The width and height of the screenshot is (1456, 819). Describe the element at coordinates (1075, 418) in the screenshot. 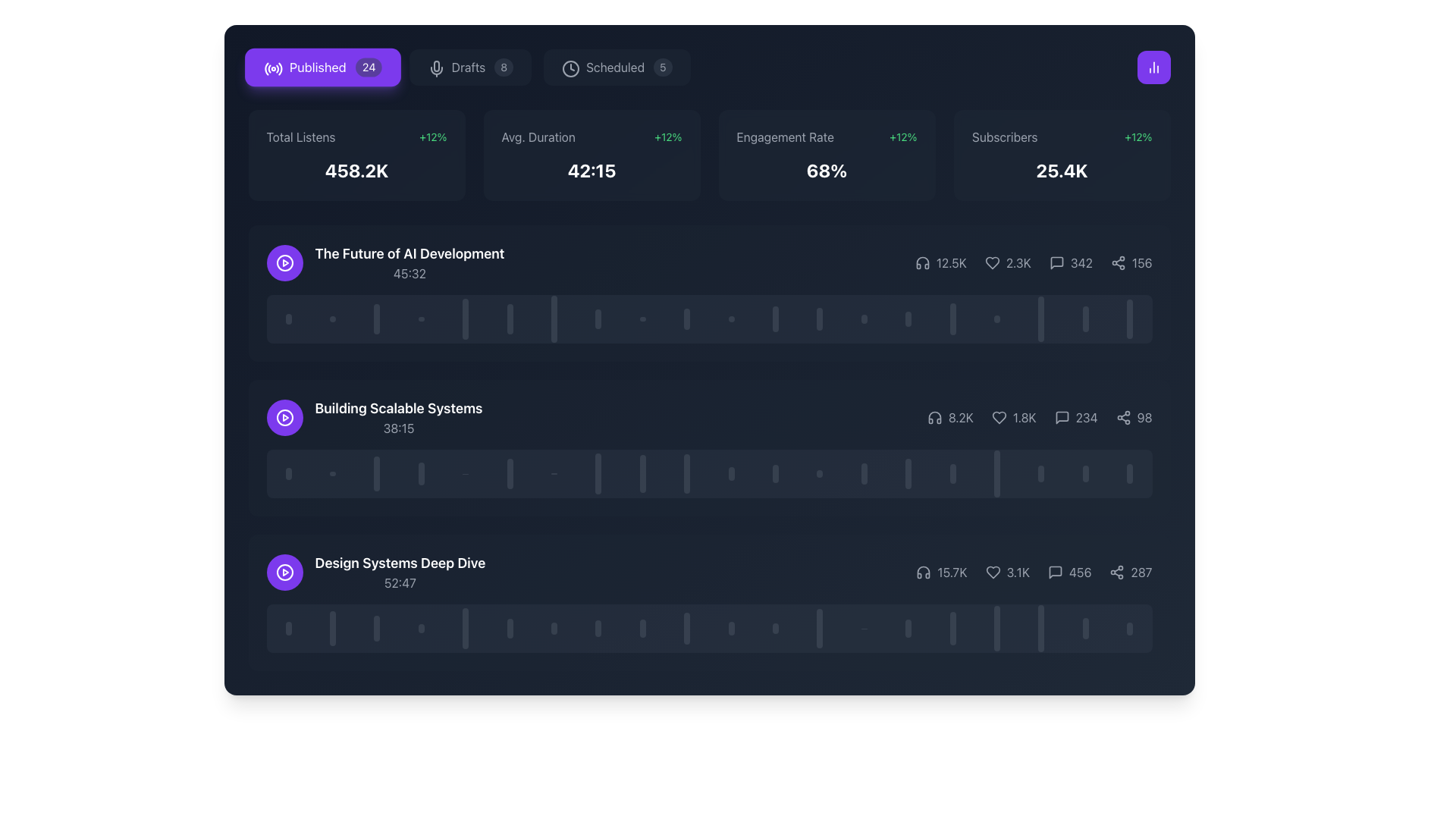

I see `the Metric display for comments (234) located in the lower-right corner of the second card` at that location.